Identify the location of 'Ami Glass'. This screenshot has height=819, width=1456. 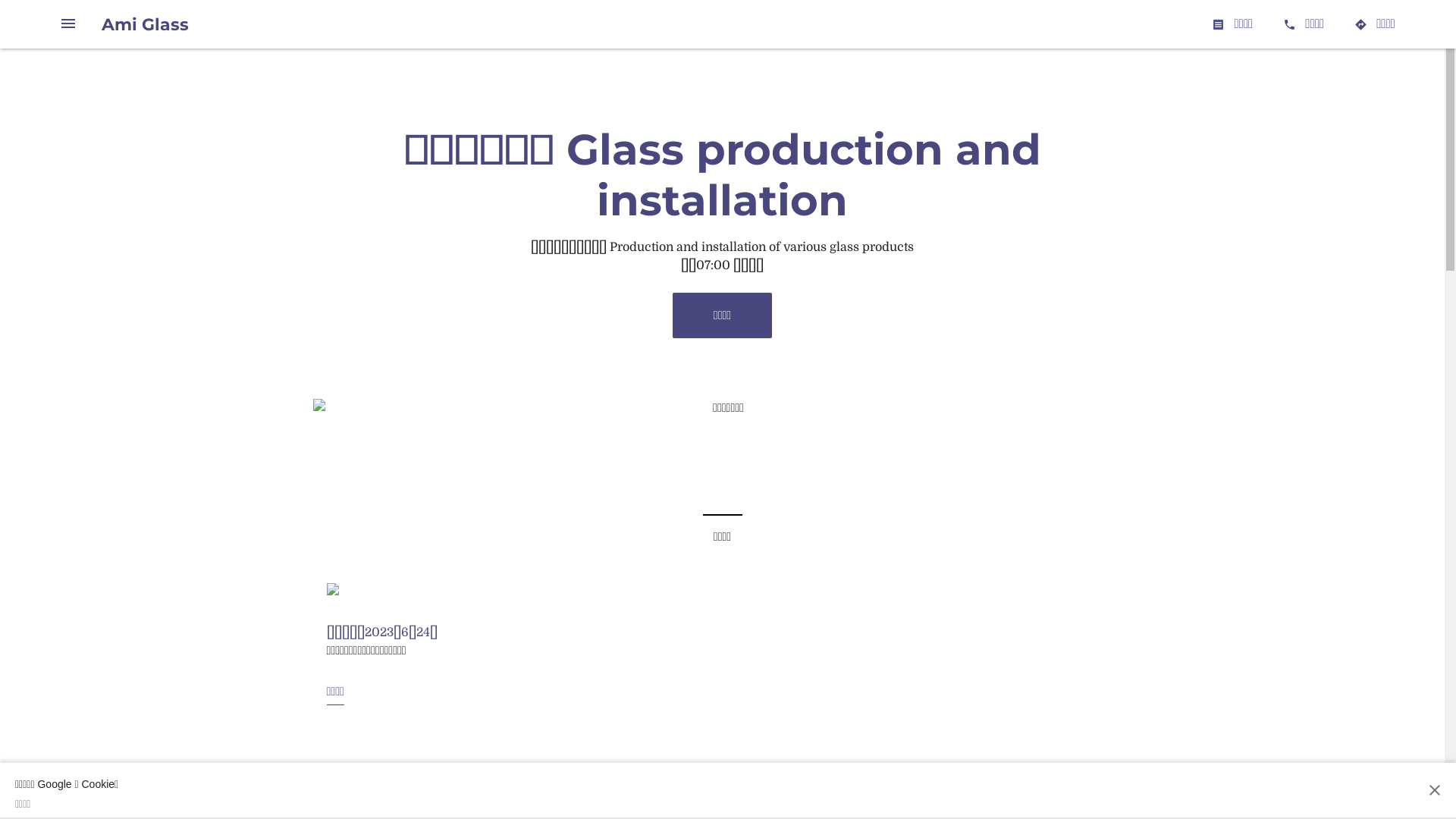
(145, 24).